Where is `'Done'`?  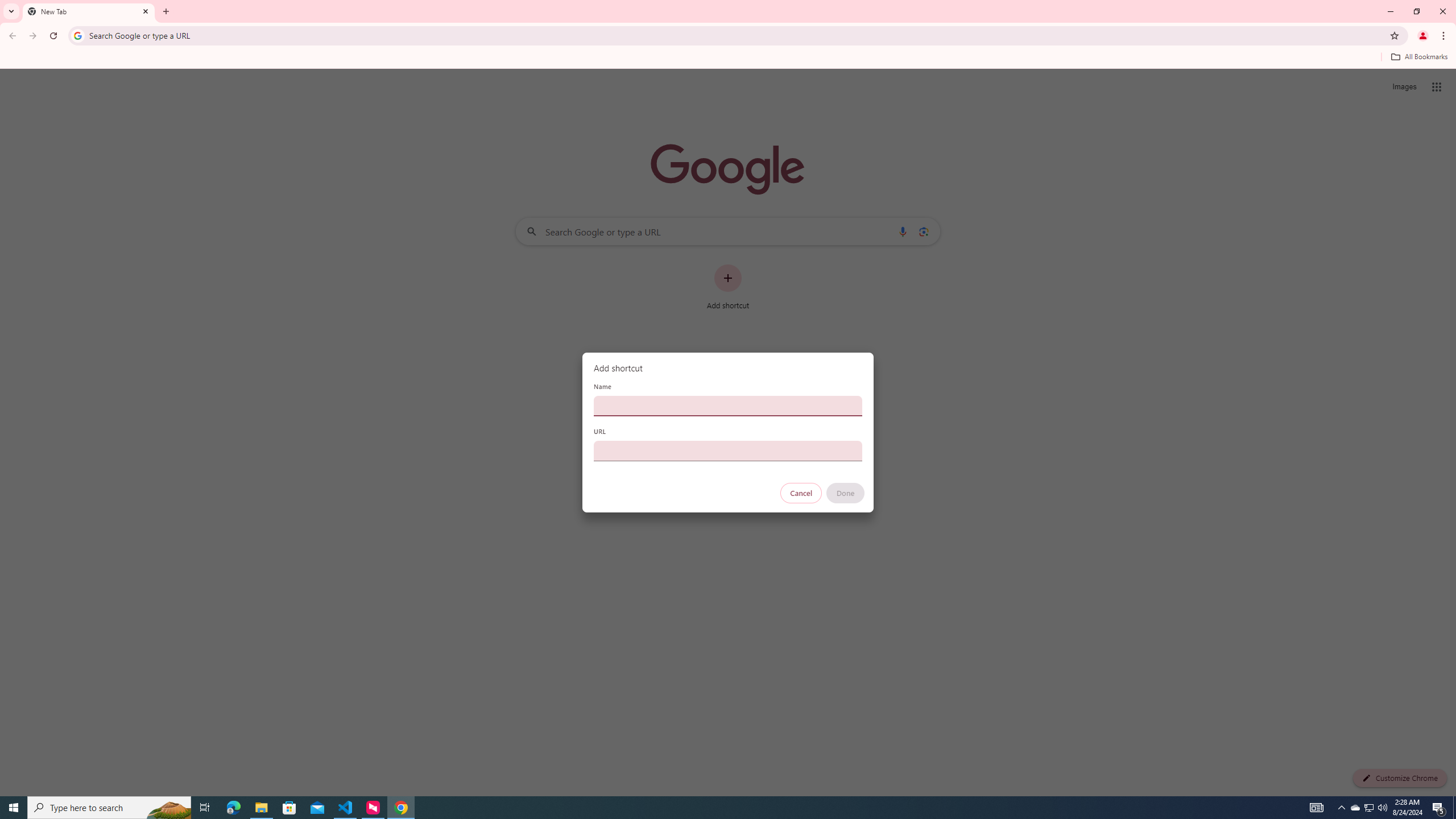
'Done' is located at coordinates (846, 493).